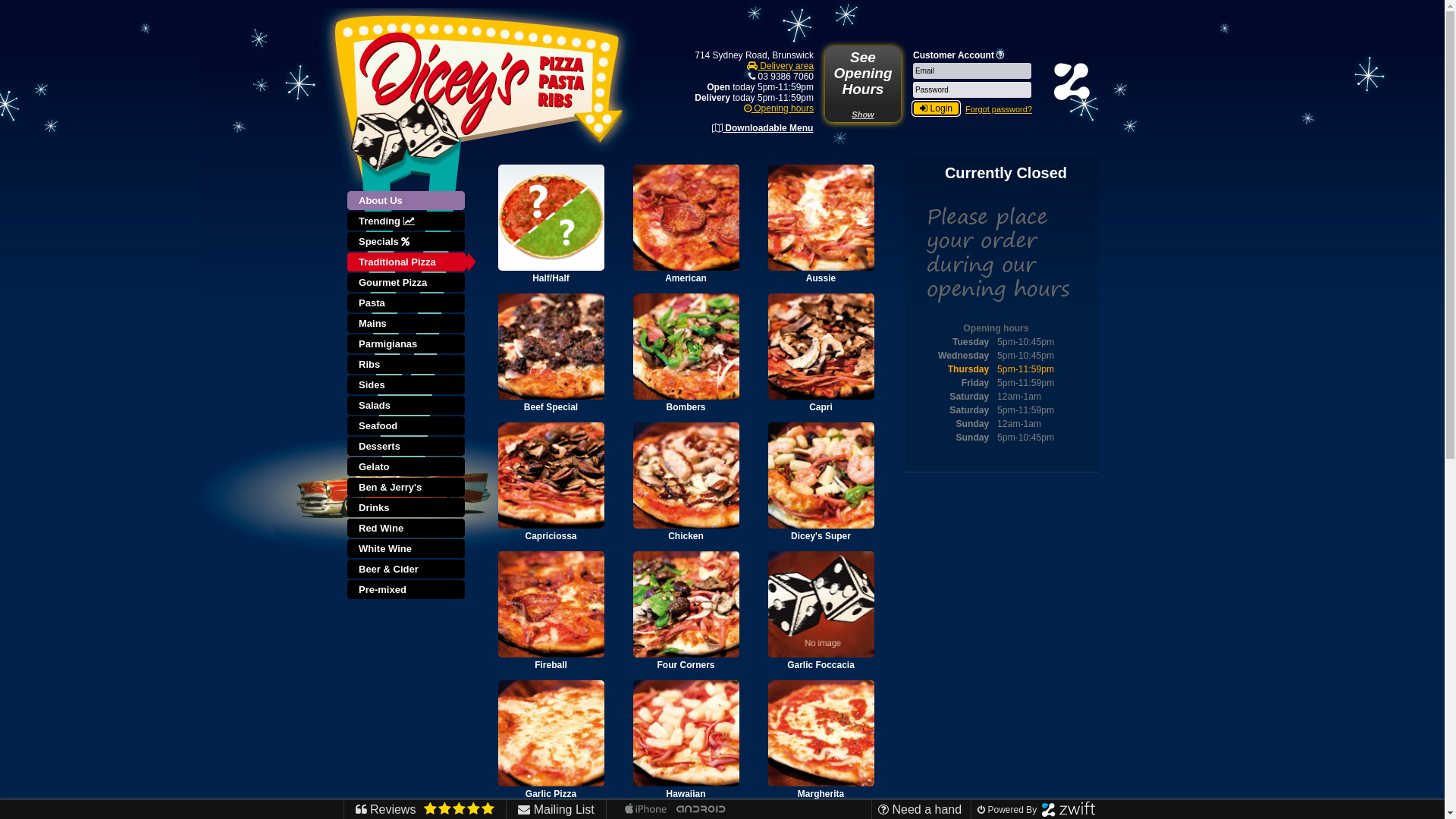 The height and width of the screenshot is (819, 1456). I want to click on 'Ribs', so click(407, 365).